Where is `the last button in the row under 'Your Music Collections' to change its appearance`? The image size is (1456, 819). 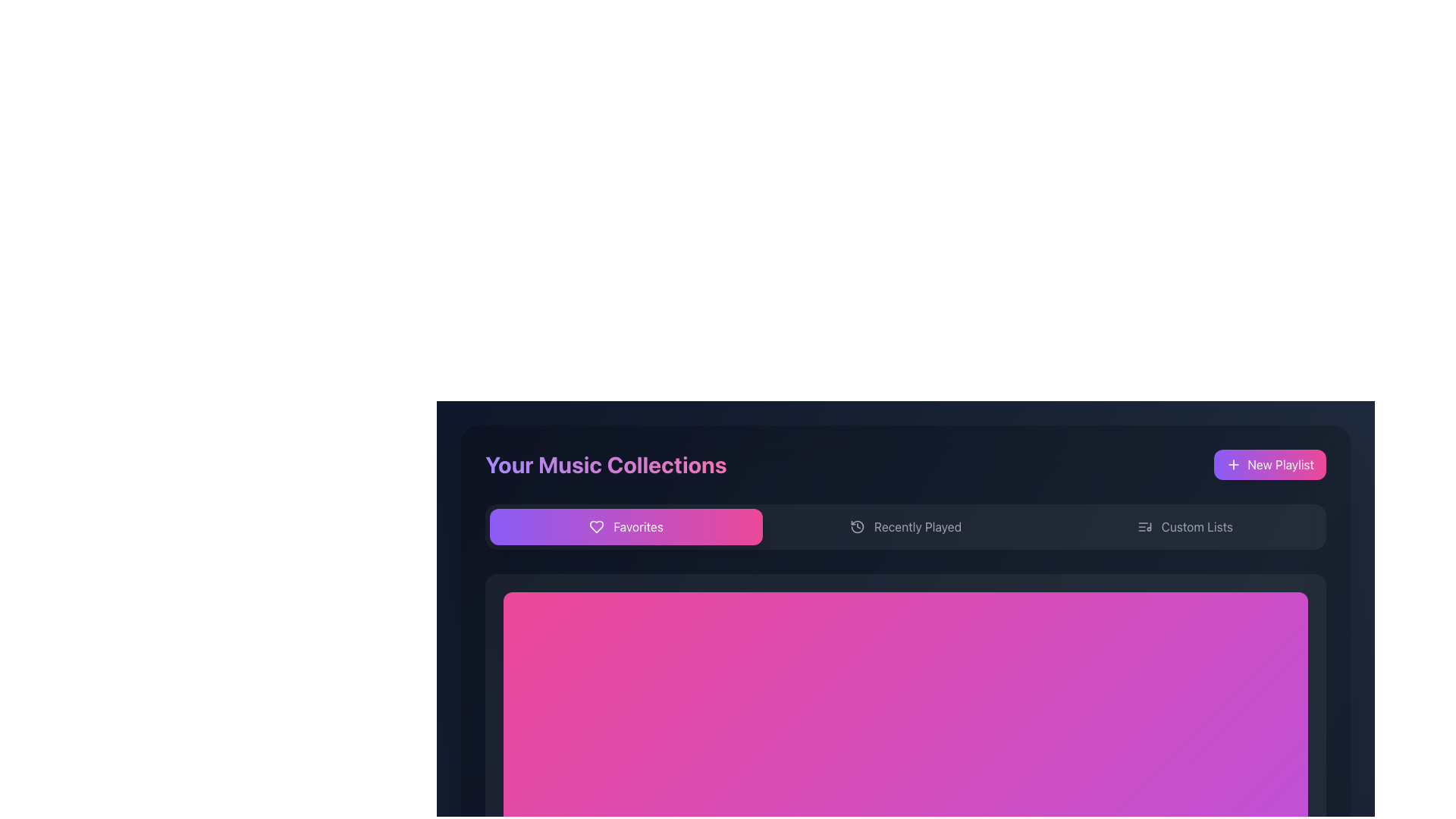
the last button in the row under 'Your Music Collections' to change its appearance is located at coordinates (1184, 526).